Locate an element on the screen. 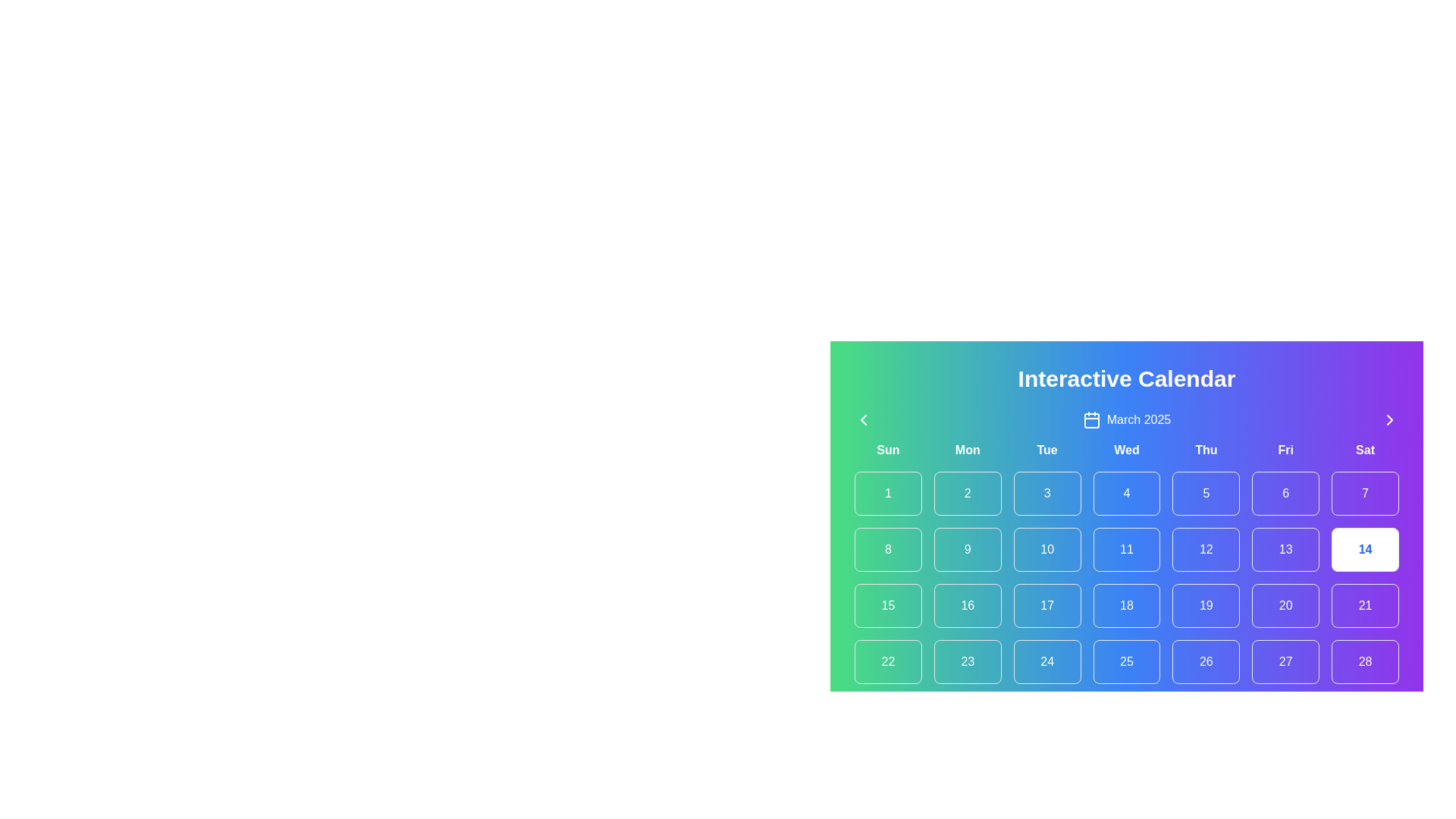 This screenshot has height=819, width=1456. the Text Label representing Wednesday in the weekly calendar interface is located at coordinates (1127, 450).